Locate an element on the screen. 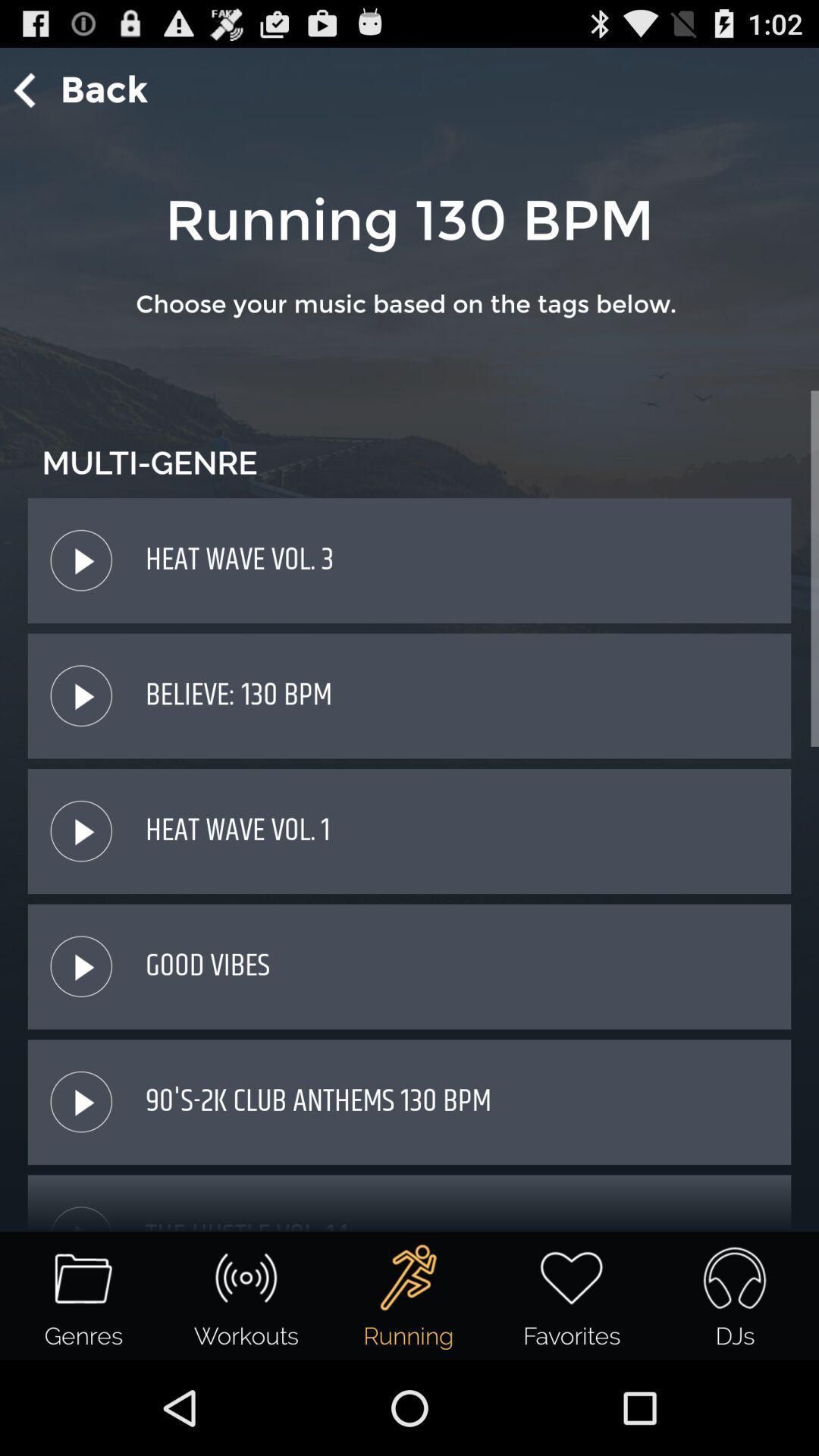  the play icon which is beside good vibes is located at coordinates (81, 965).